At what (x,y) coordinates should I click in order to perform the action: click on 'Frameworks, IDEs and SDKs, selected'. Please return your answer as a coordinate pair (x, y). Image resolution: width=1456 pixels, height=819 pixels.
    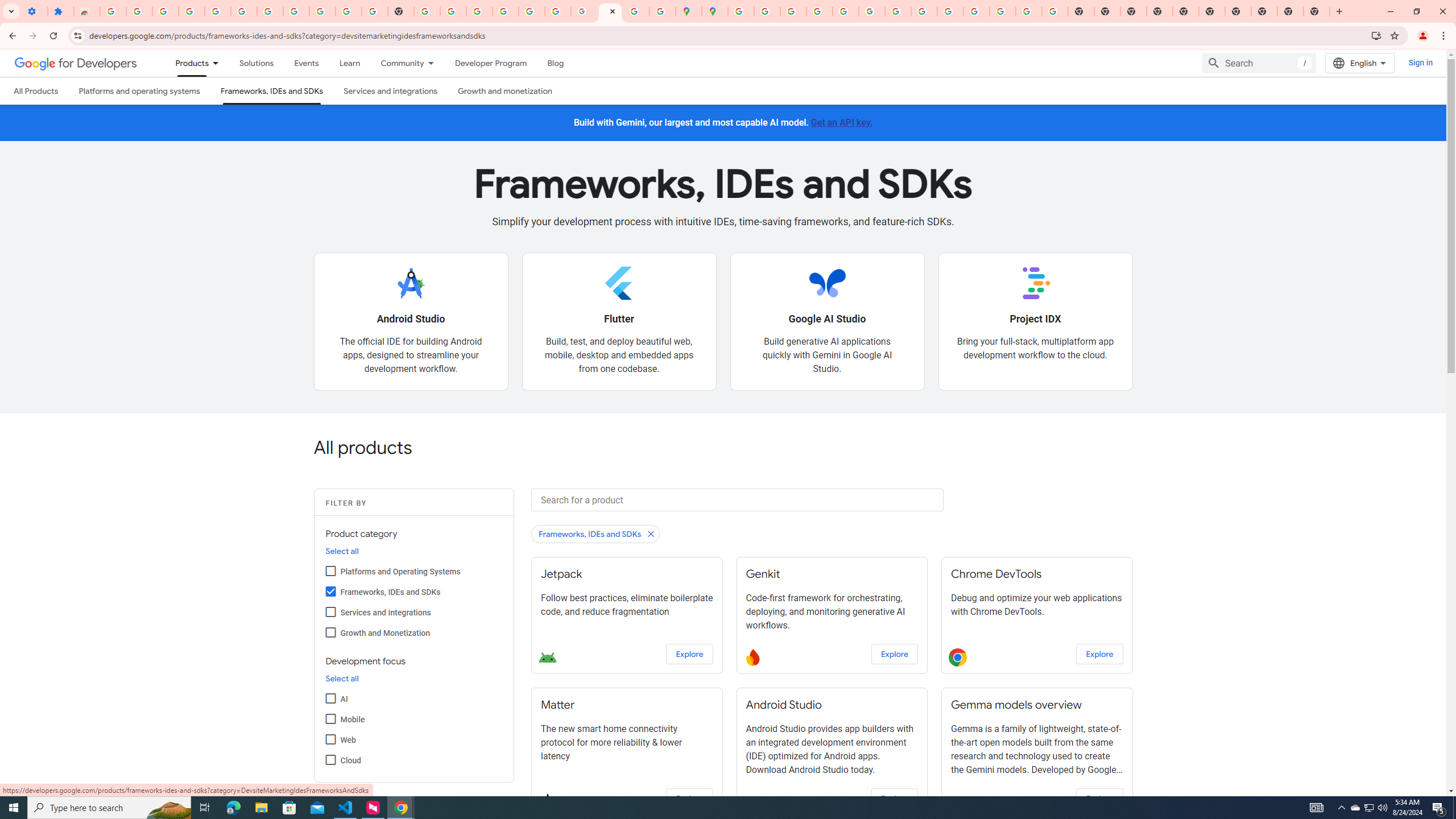
    Looking at the image, I should click on (271, 90).